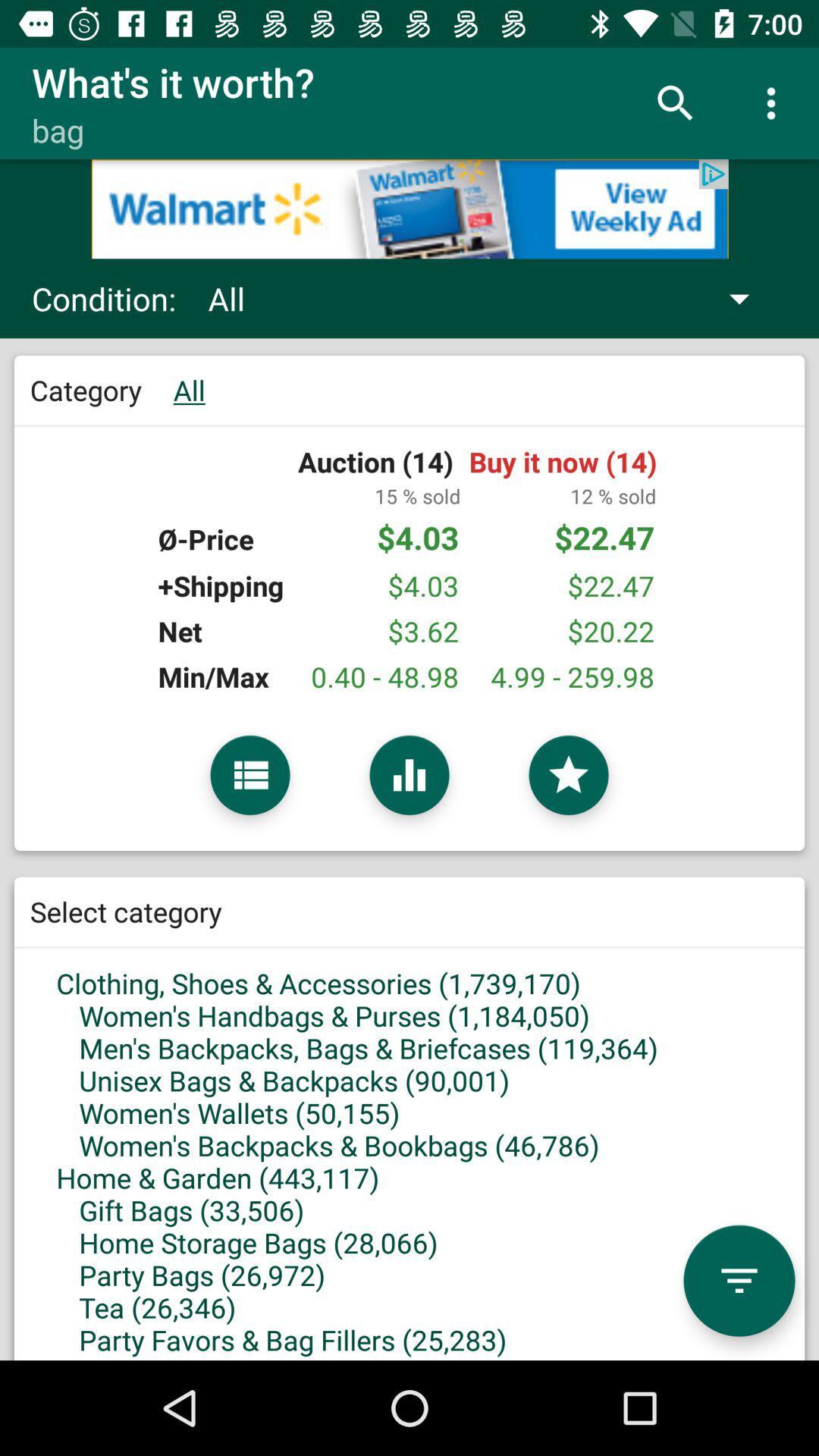 The height and width of the screenshot is (1456, 819). Describe the element at coordinates (568, 775) in the screenshot. I see `shows star symbol` at that location.